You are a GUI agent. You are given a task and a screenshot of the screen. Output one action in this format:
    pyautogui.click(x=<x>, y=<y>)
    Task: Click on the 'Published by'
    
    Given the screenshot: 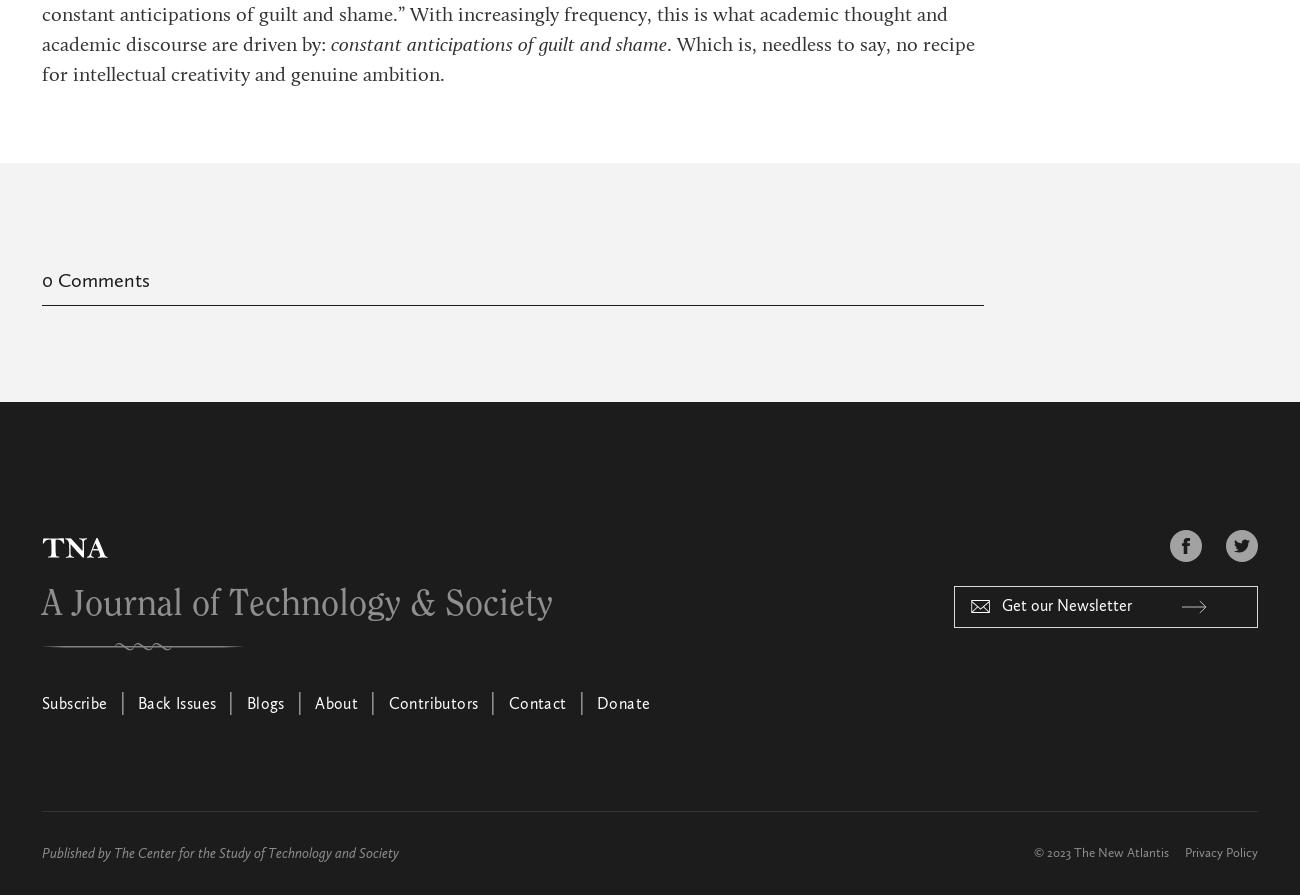 What is the action you would take?
    pyautogui.click(x=78, y=853)
    